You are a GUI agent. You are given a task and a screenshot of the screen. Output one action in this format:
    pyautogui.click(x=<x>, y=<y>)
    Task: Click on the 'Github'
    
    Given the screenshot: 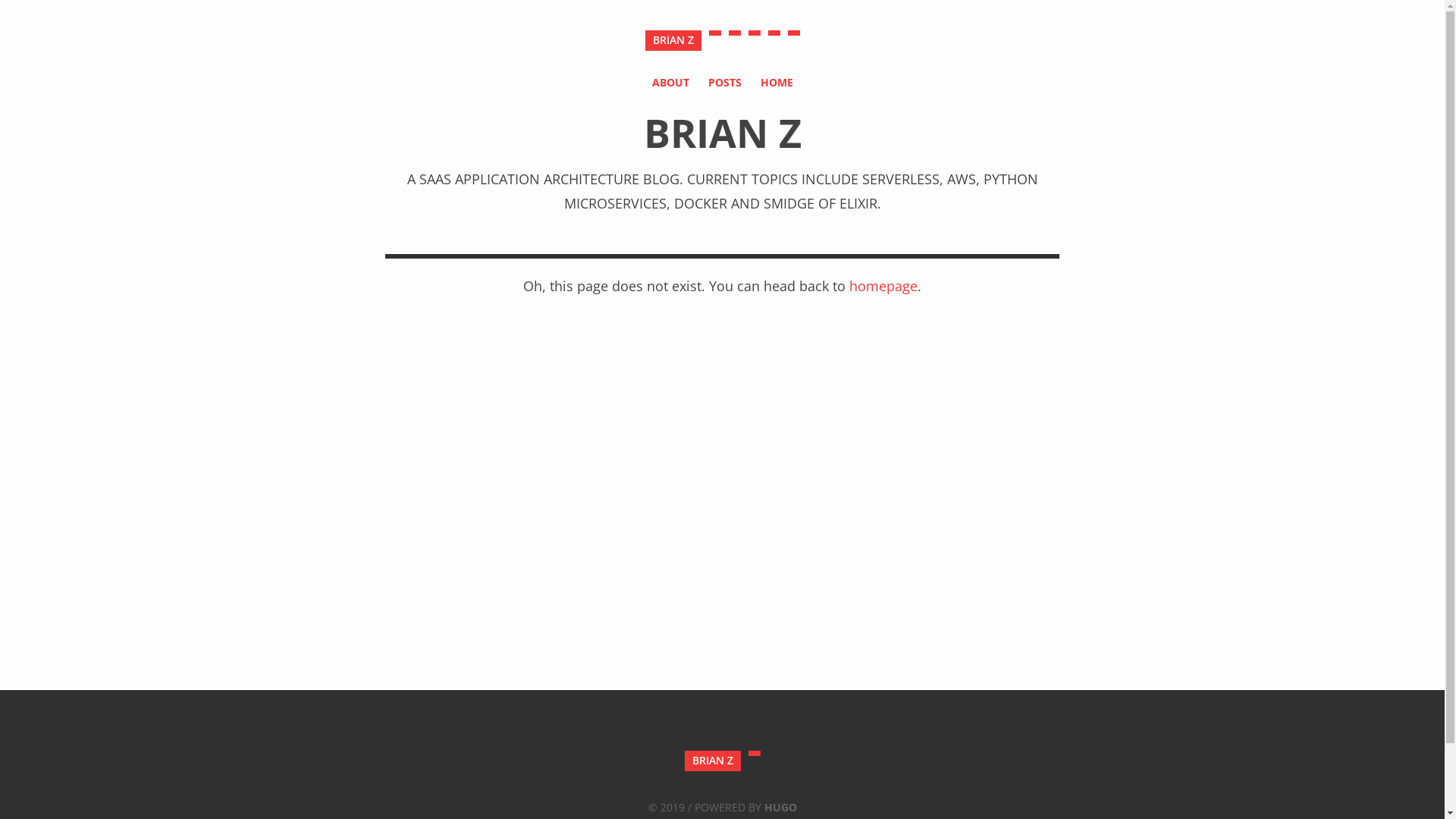 What is the action you would take?
    pyautogui.click(x=753, y=33)
    